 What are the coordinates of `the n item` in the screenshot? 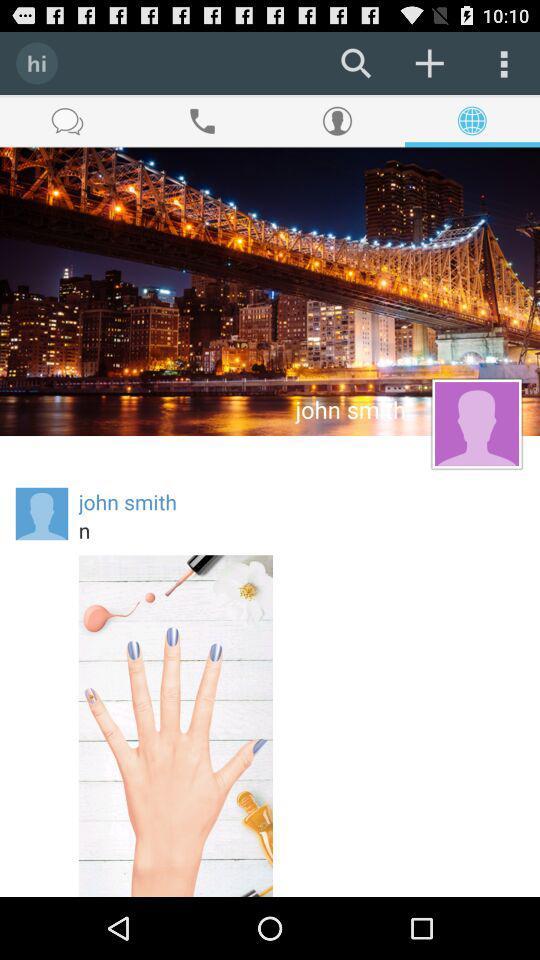 It's located at (300, 529).